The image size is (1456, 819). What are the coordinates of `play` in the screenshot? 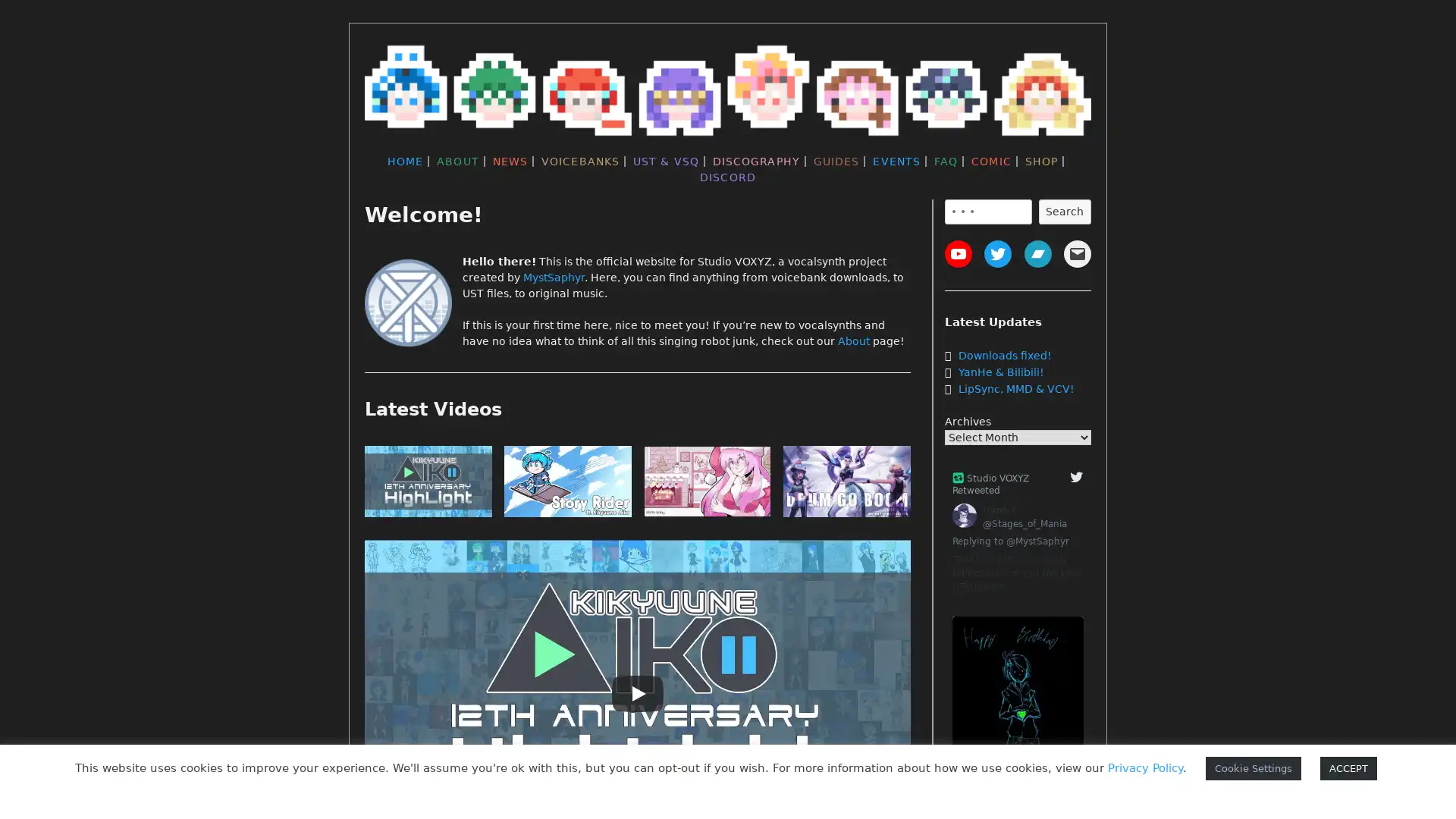 It's located at (428, 485).